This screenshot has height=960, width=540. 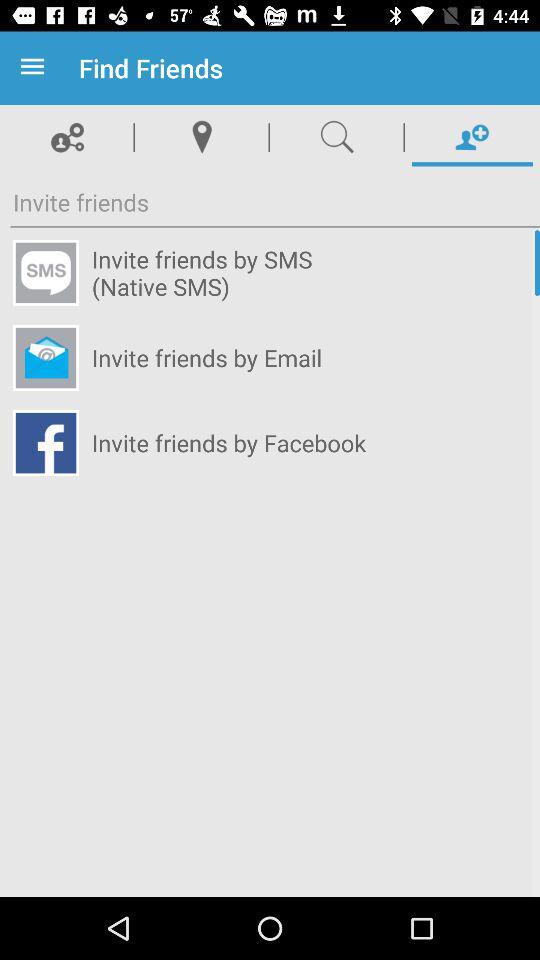 What do you see at coordinates (202, 136) in the screenshot?
I see `location icon beside search icon` at bounding box center [202, 136].